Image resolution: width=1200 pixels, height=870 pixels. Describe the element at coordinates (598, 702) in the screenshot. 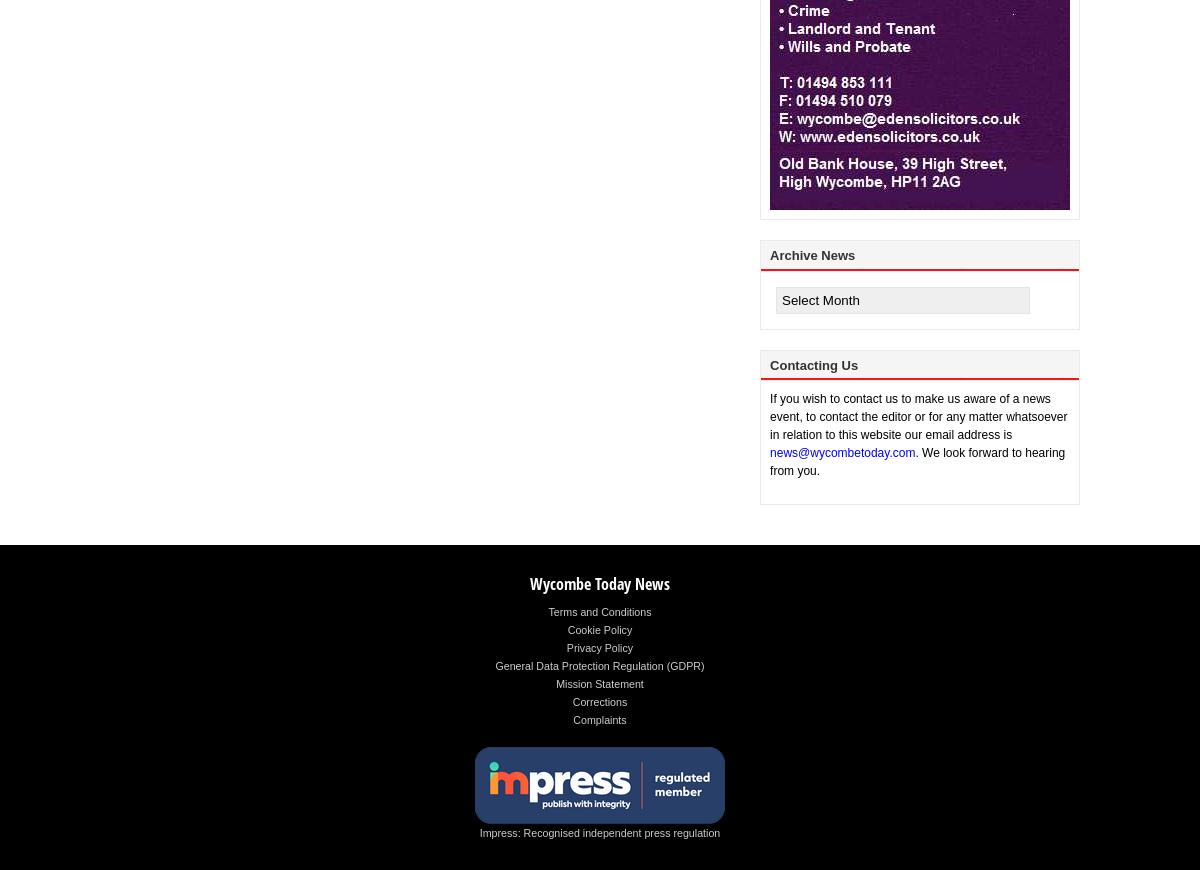

I see `'Corrections'` at that location.